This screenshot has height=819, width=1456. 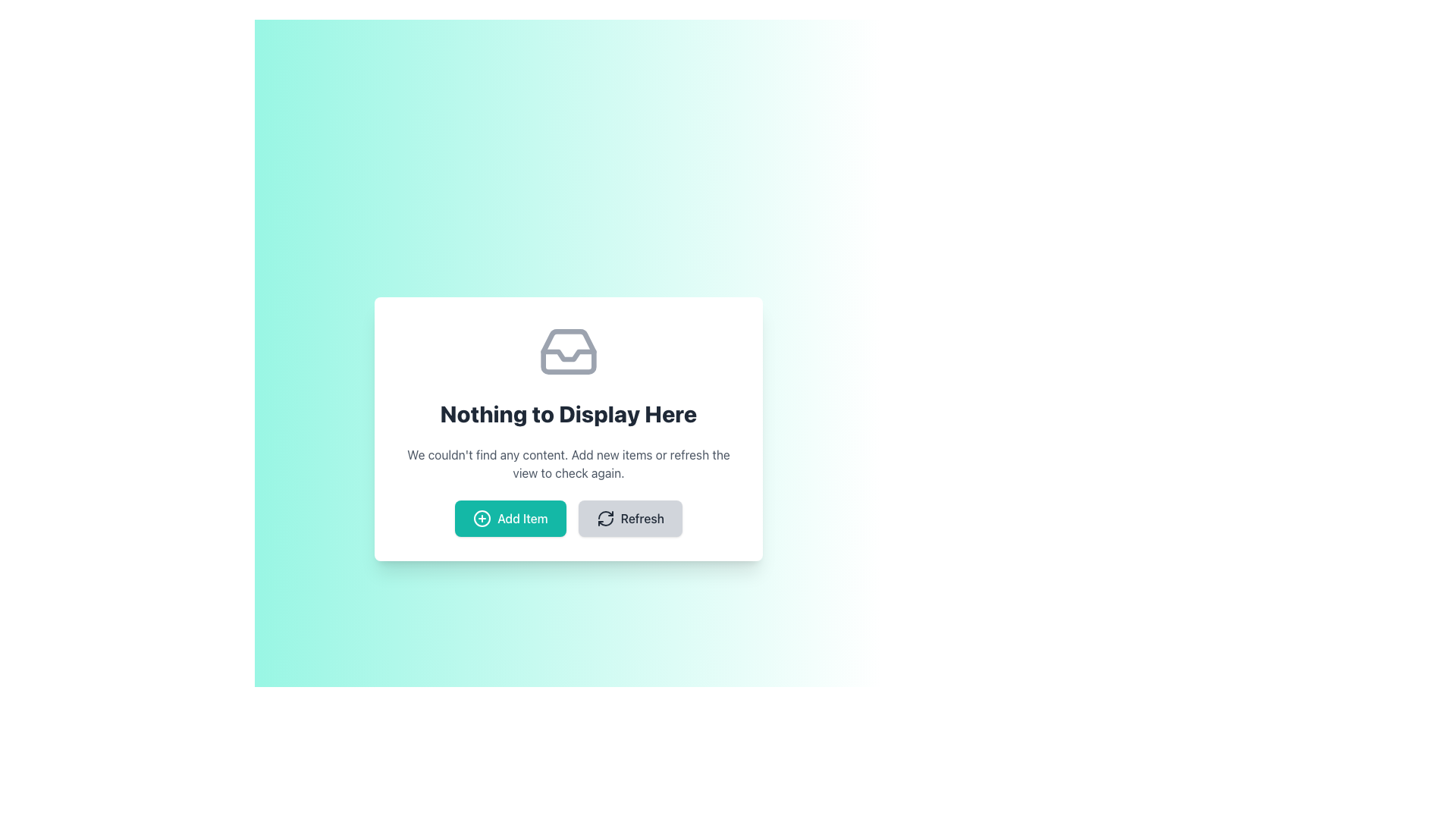 What do you see at coordinates (630, 517) in the screenshot?
I see `the refresh button located to the right of the 'Add Item' button at the bottom of the centered card element to observe the hover effects` at bounding box center [630, 517].